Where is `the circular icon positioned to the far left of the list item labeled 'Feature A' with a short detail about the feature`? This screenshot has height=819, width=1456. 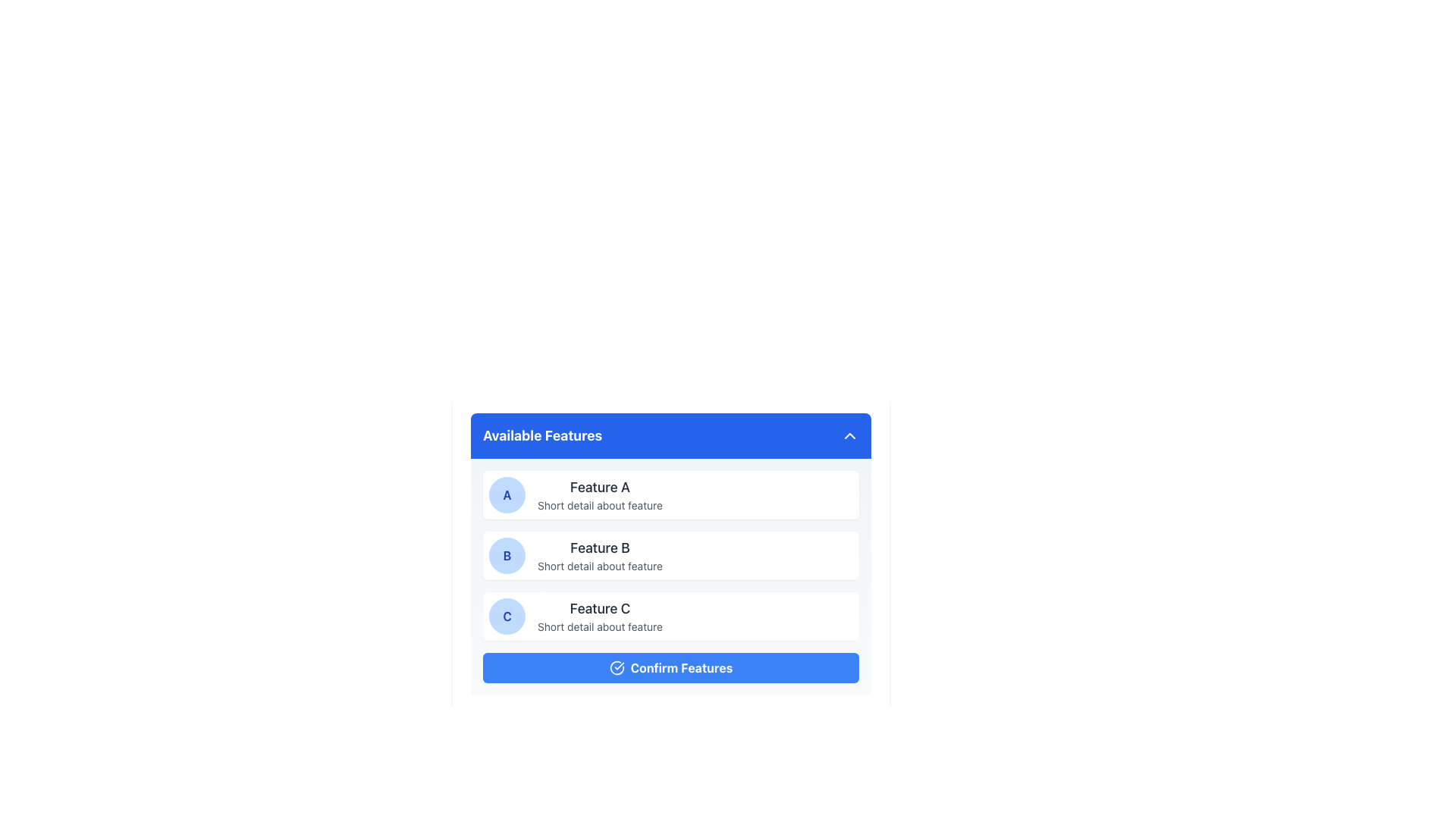
the circular icon positioned to the far left of the list item labeled 'Feature A' with a short detail about the feature is located at coordinates (507, 494).